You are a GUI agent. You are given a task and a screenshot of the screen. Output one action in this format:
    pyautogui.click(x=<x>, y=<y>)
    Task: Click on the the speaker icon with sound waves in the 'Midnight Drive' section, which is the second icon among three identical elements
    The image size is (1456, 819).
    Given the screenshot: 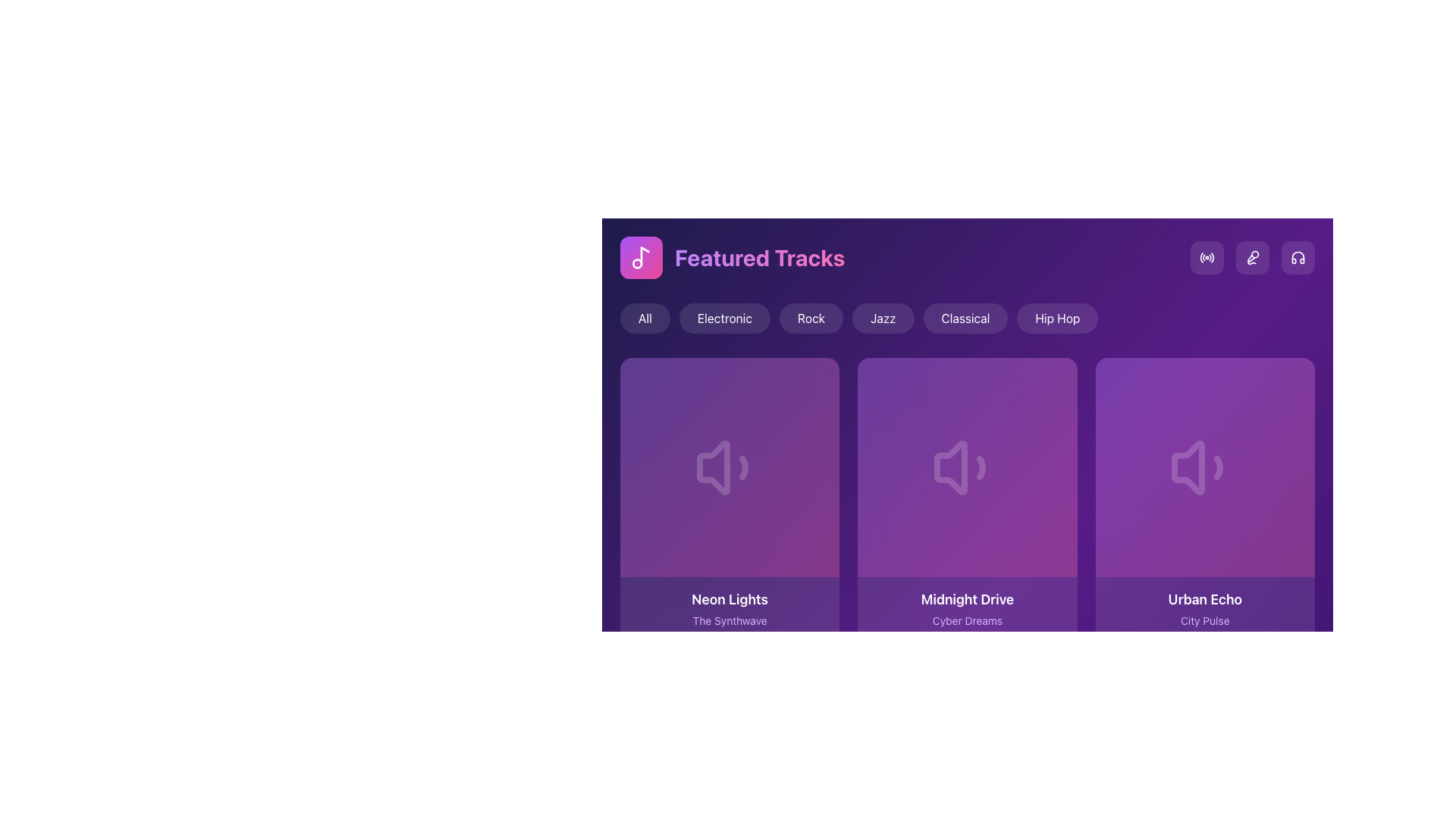 What is the action you would take?
    pyautogui.click(x=967, y=466)
    